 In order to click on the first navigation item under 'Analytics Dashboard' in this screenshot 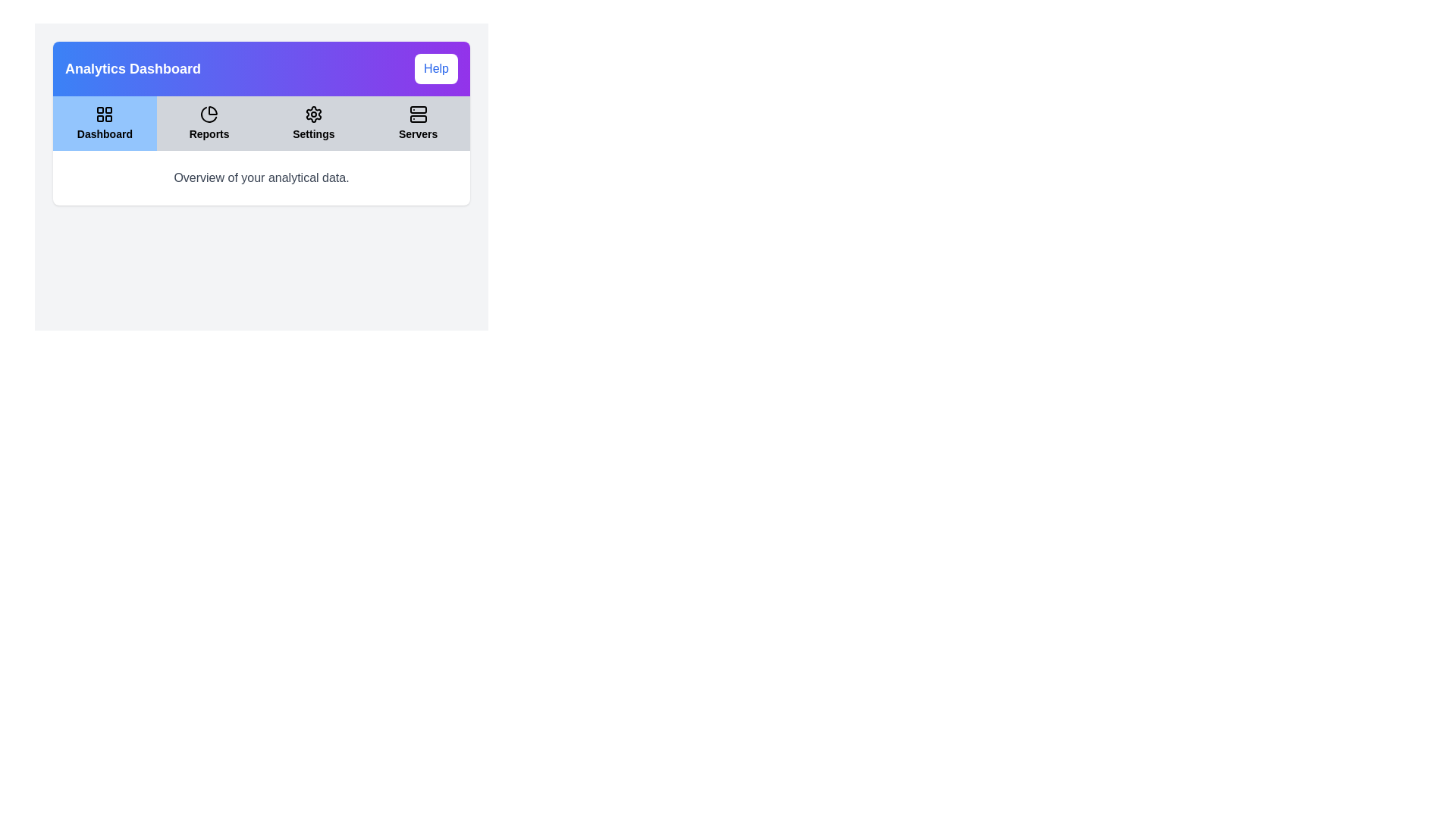, I will do `click(104, 122)`.